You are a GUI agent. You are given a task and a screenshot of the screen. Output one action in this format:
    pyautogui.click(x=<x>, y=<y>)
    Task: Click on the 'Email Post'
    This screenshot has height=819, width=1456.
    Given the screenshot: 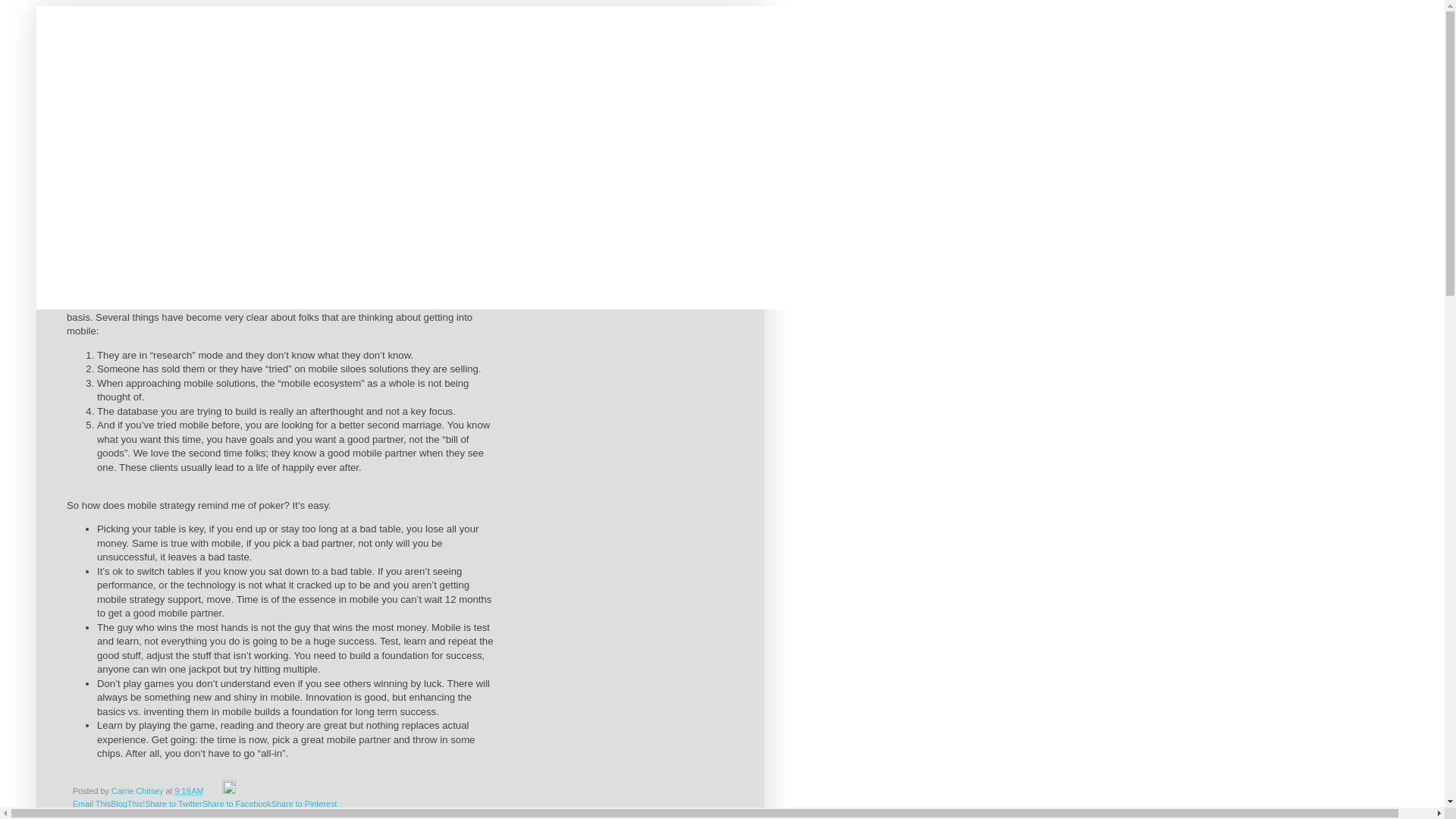 What is the action you would take?
    pyautogui.click(x=213, y=789)
    